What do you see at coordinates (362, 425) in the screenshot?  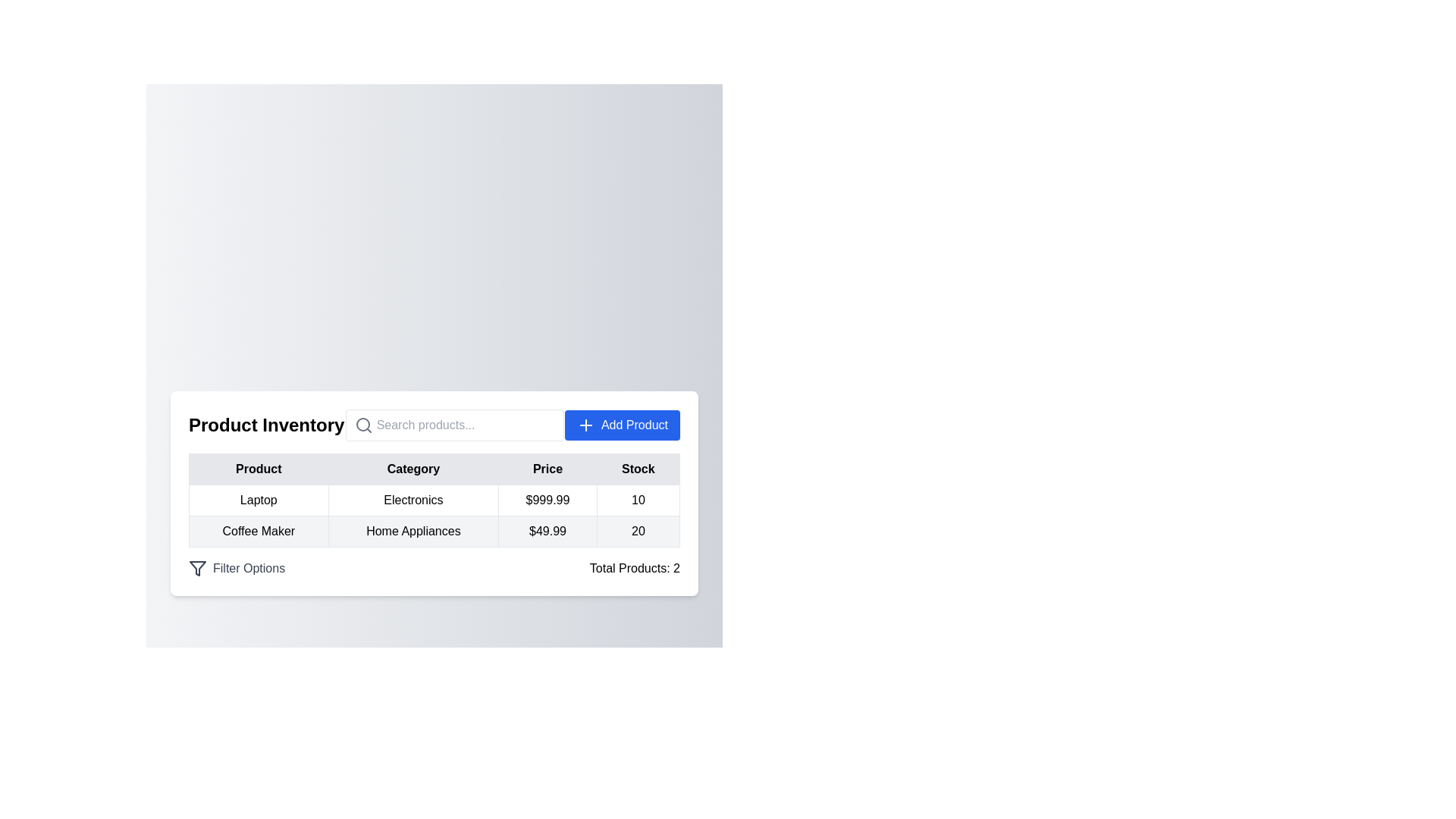 I see `the magnifying glass icon used for search functionality, located in the search bar component to the right of 'Product Inventory' and to the left of the input field placeholder 'Search products...'` at bounding box center [362, 425].